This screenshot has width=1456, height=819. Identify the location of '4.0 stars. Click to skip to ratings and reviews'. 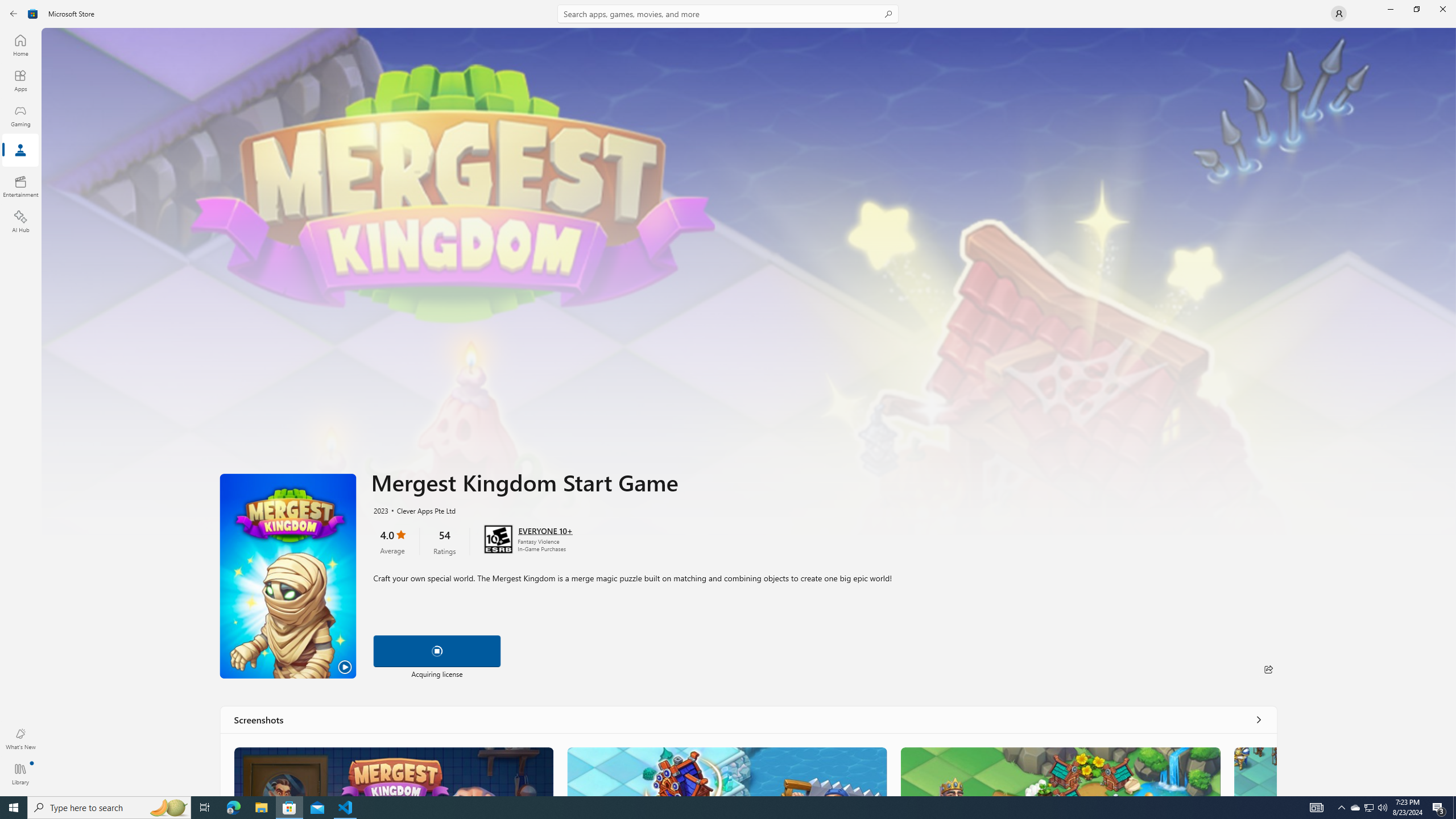
(391, 540).